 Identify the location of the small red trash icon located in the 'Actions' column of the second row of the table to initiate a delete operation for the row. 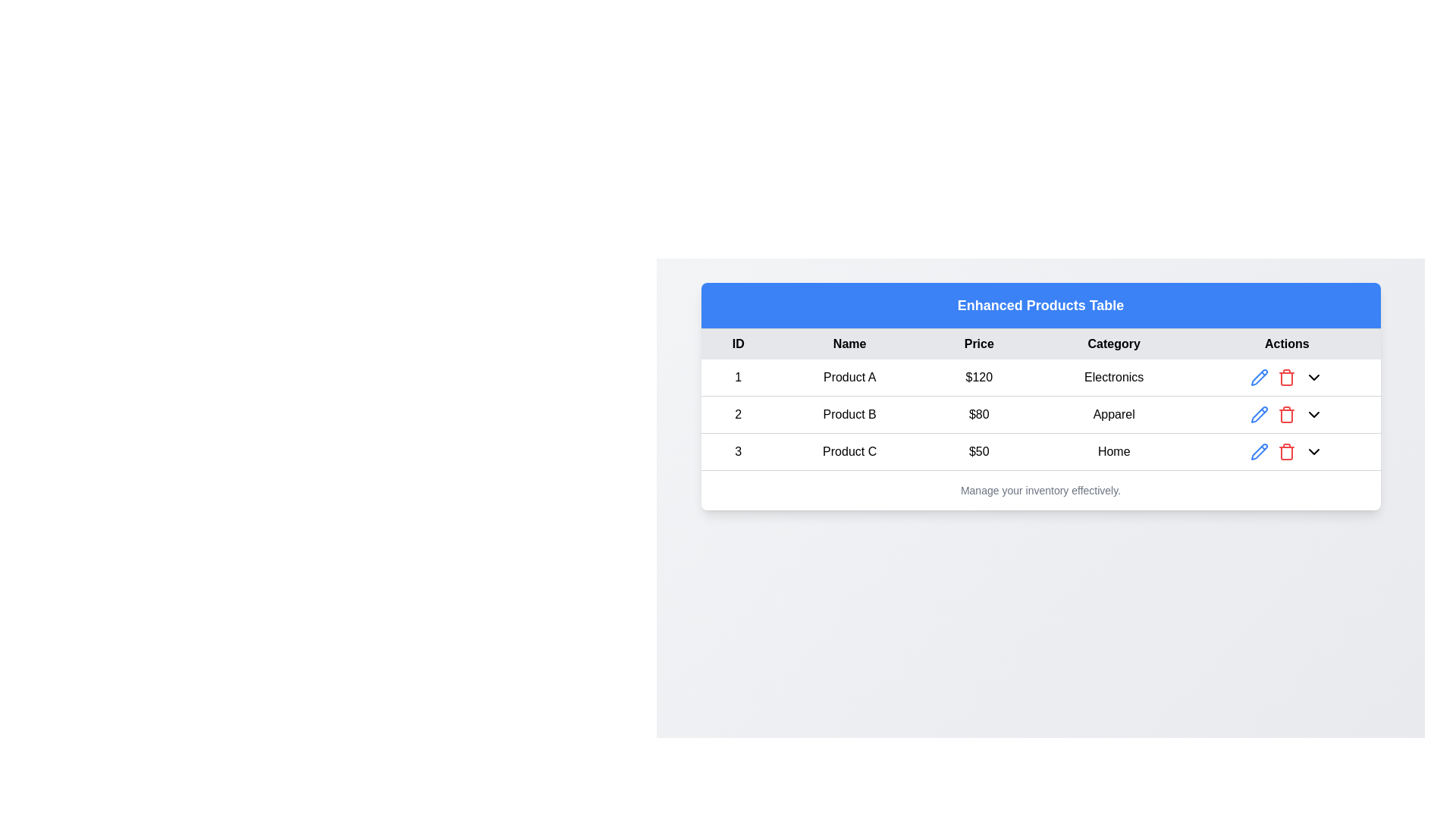
(1286, 415).